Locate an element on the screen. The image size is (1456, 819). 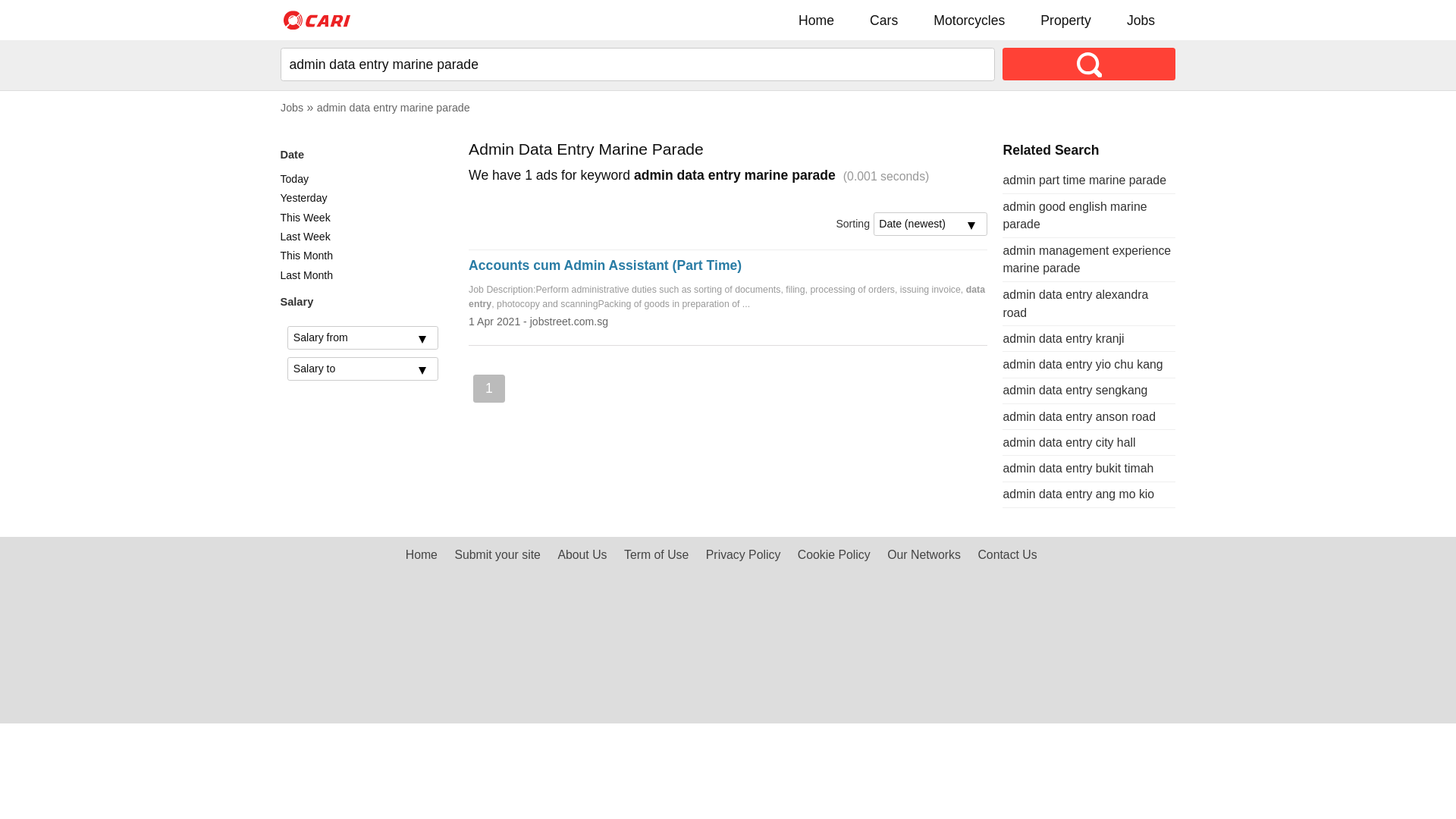
'admin data entry alexandra road' is located at coordinates (1074, 303).